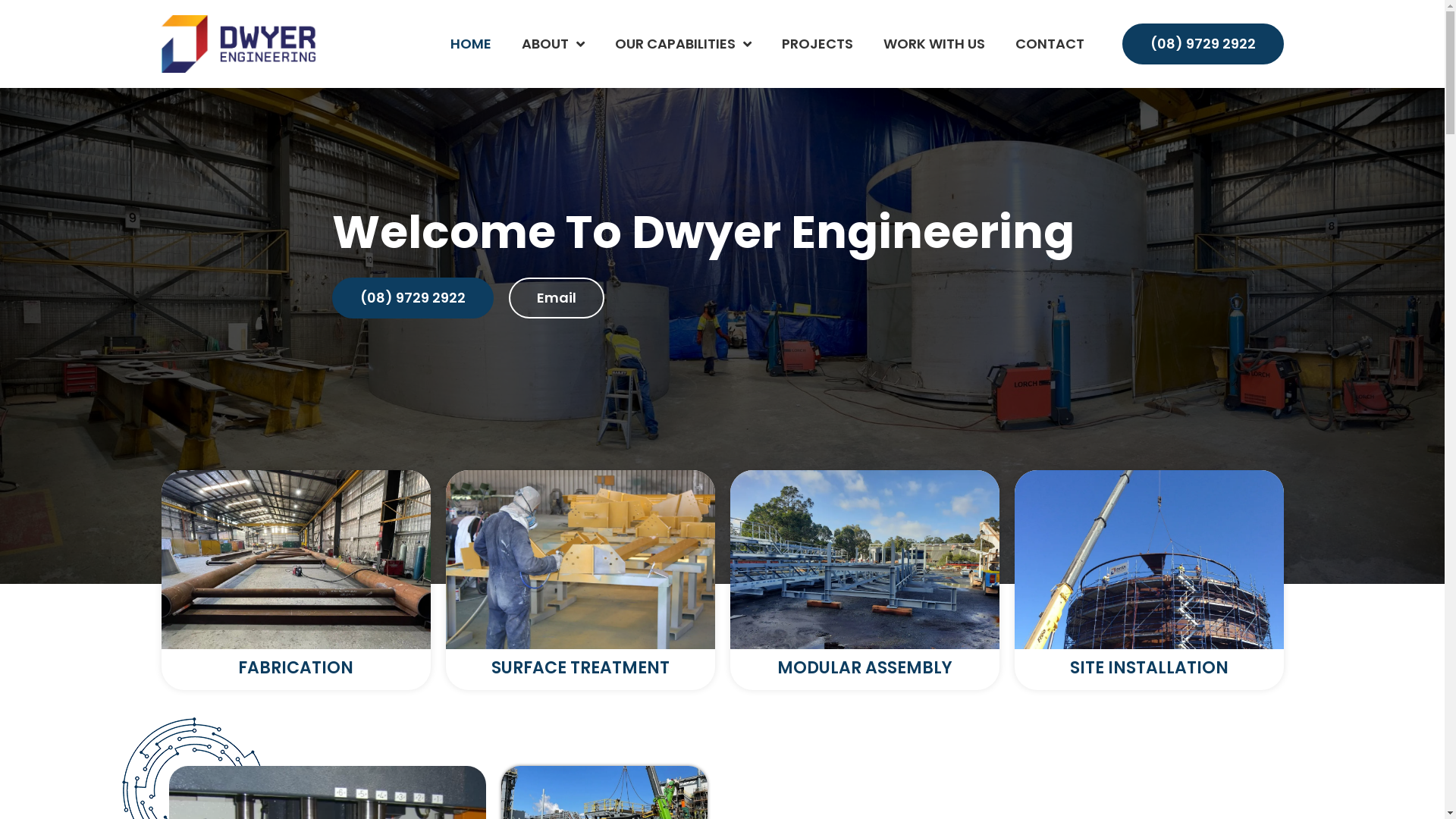 This screenshot has width=1456, height=819. I want to click on 'HOME', so click(469, 42).